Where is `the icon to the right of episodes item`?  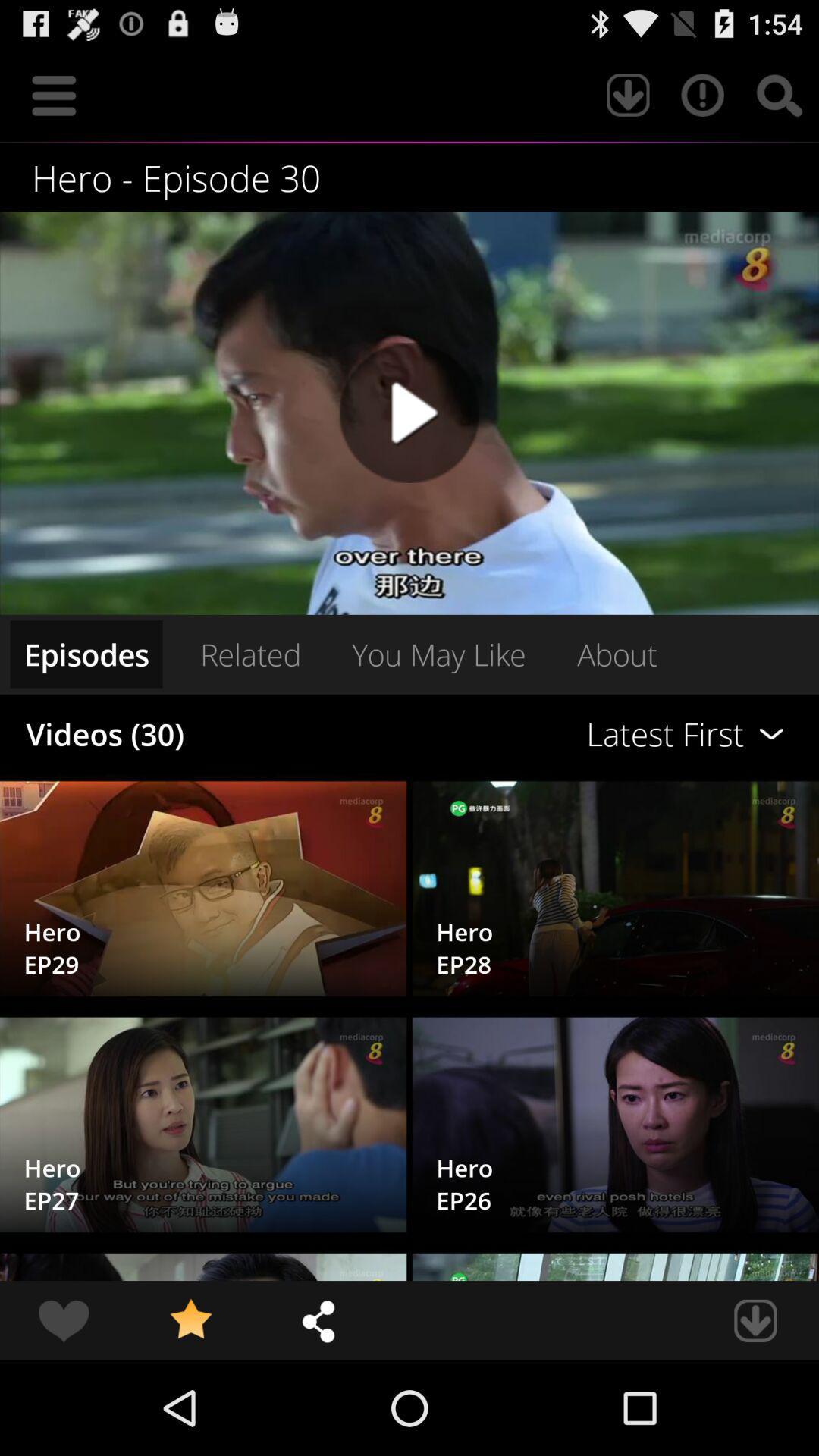
the icon to the right of episodes item is located at coordinates (249, 654).